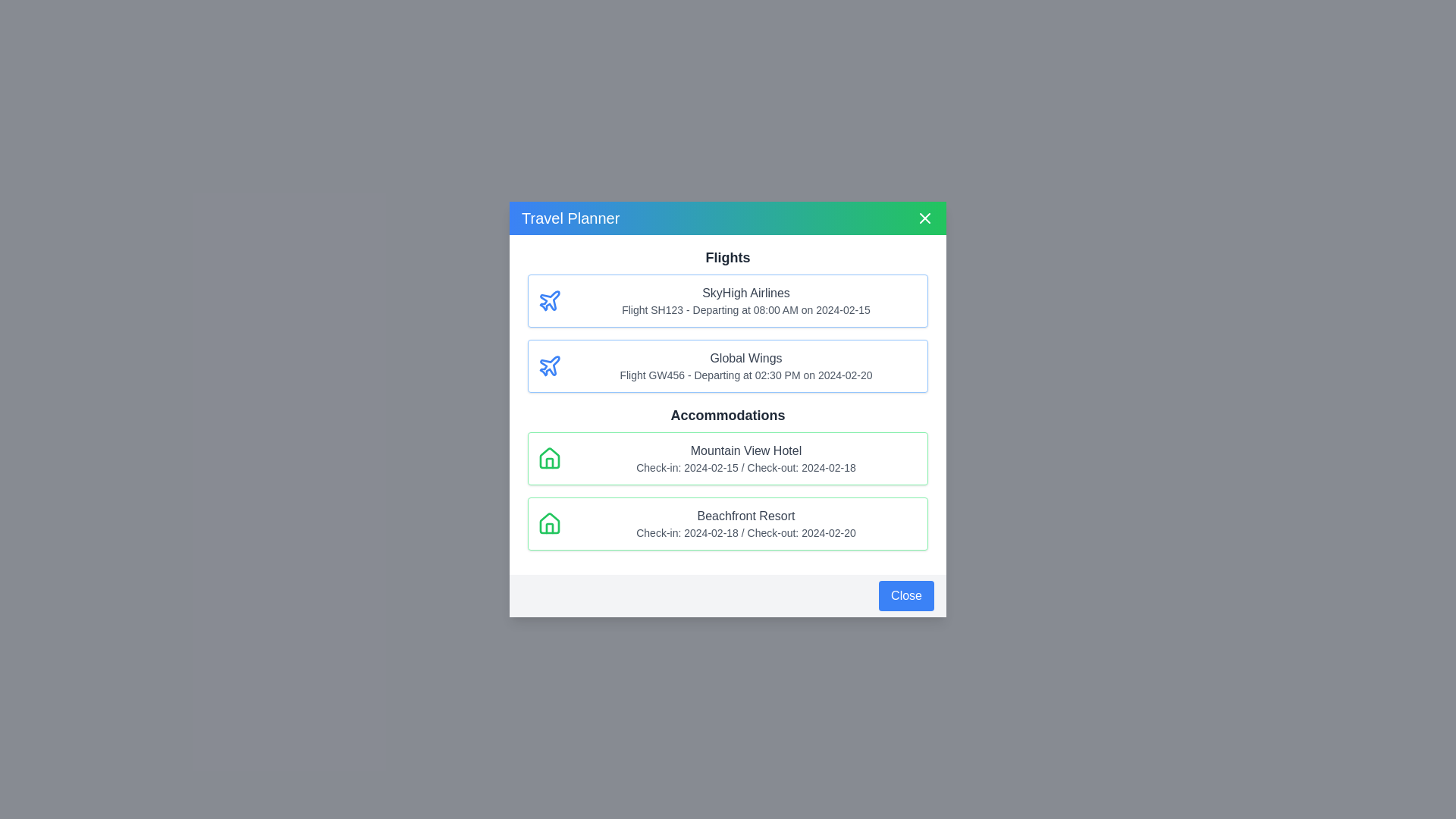  Describe the element at coordinates (745, 532) in the screenshot. I see `the text displaying the check-in and check-out dates for the 'Beachfront Resort' accommodation, located below the 'Beachfront Resort' text in the green-bordered box of the 'Accommodations' section` at that location.